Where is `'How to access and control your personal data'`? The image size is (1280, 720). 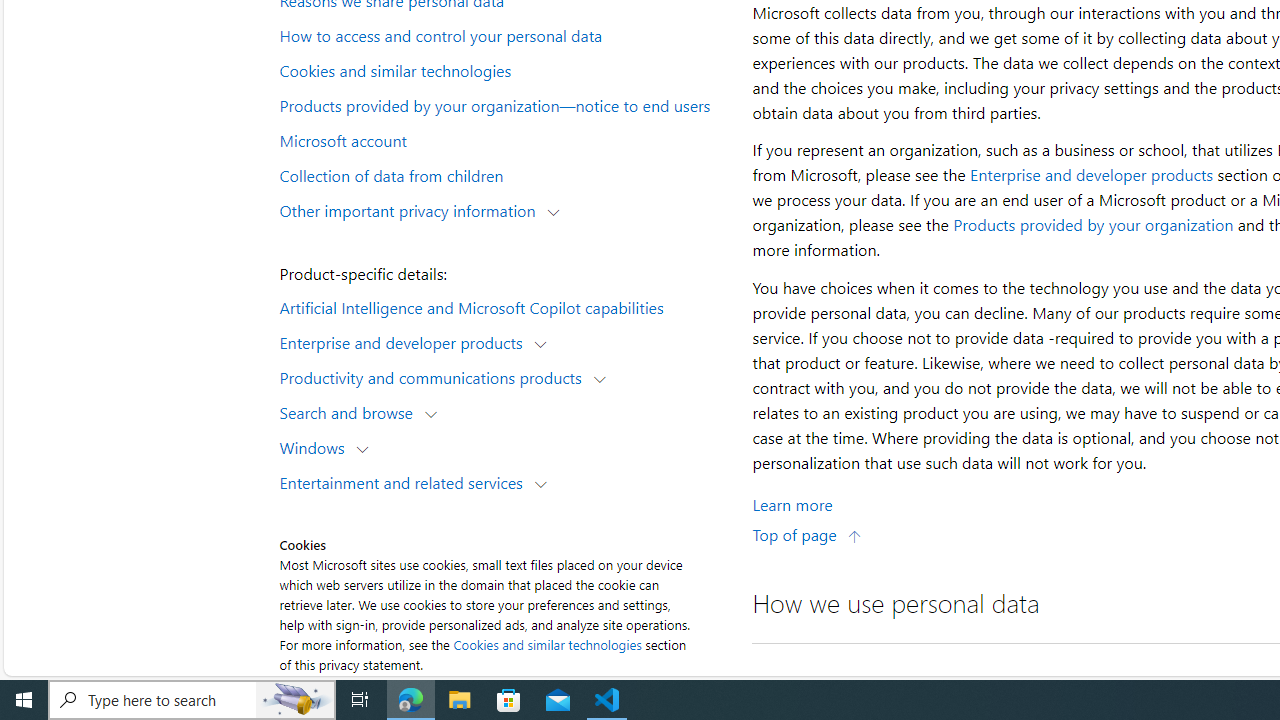 'How to access and control your personal data' is located at coordinates (504, 35).